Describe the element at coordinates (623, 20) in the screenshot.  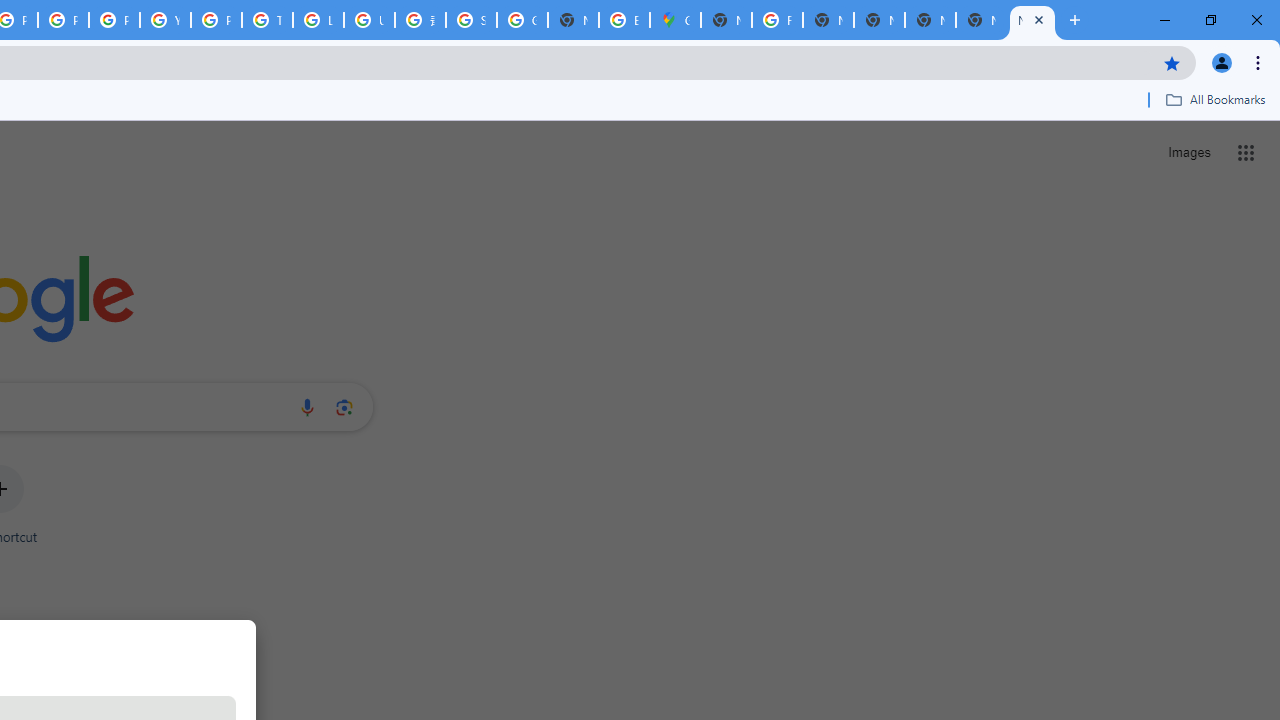
I see `'Explore new street-level details - Google Maps Help'` at that location.